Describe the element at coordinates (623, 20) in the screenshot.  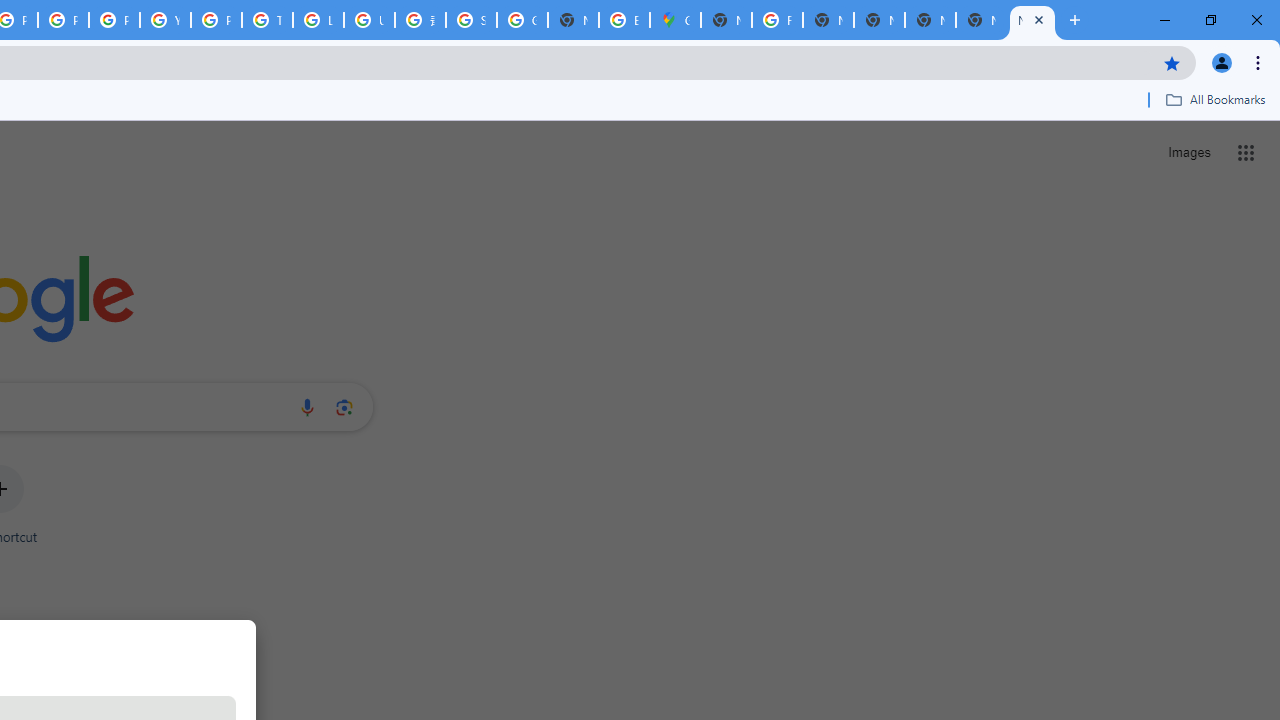
I see `'Explore new street-level details - Google Maps Help'` at that location.